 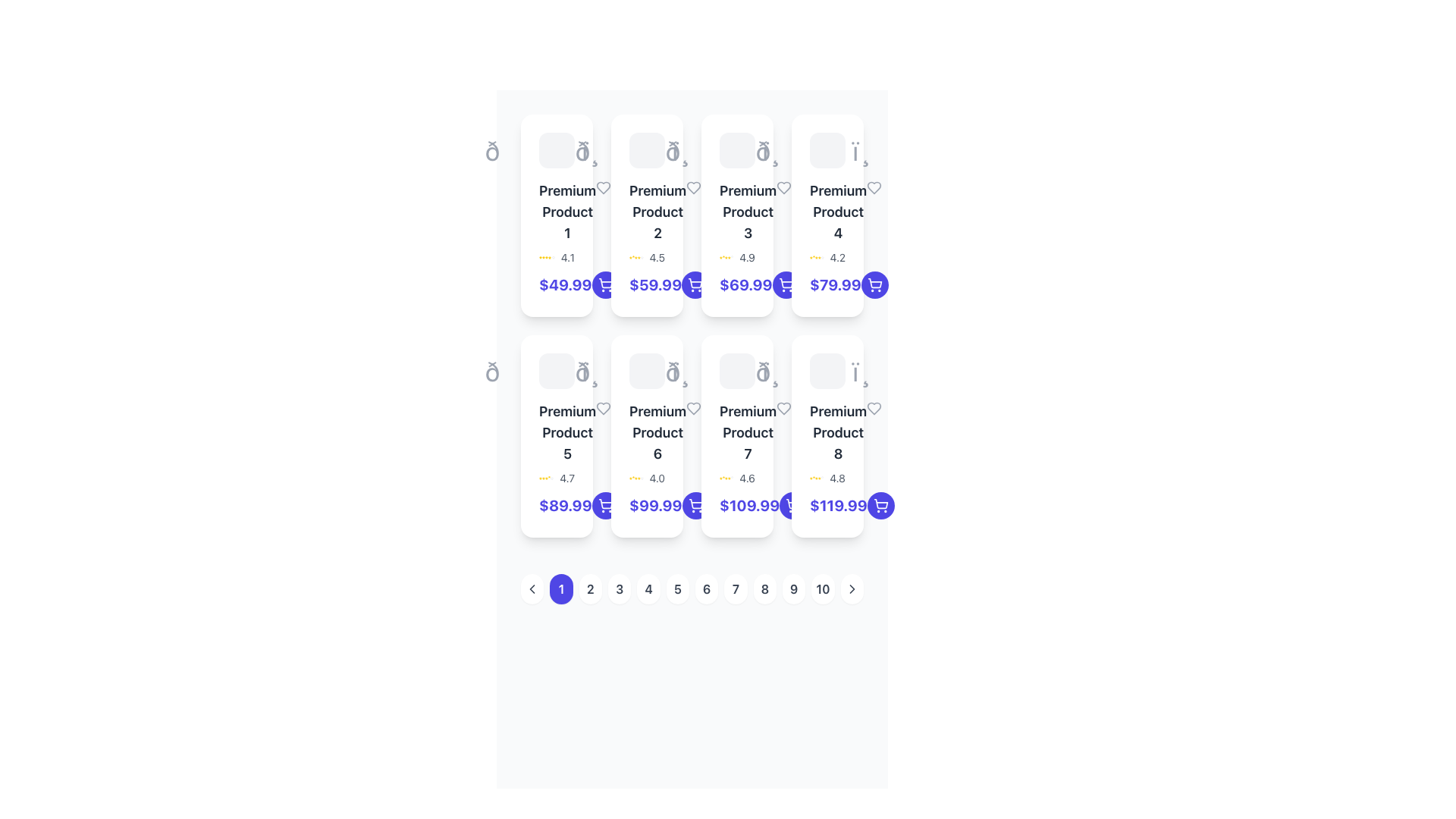 What do you see at coordinates (786, 284) in the screenshot?
I see `the shopping cart icon button located at the bottom-right corner of the 'Premium Product 3' card, which is colored blue and outlined in white` at bounding box center [786, 284].